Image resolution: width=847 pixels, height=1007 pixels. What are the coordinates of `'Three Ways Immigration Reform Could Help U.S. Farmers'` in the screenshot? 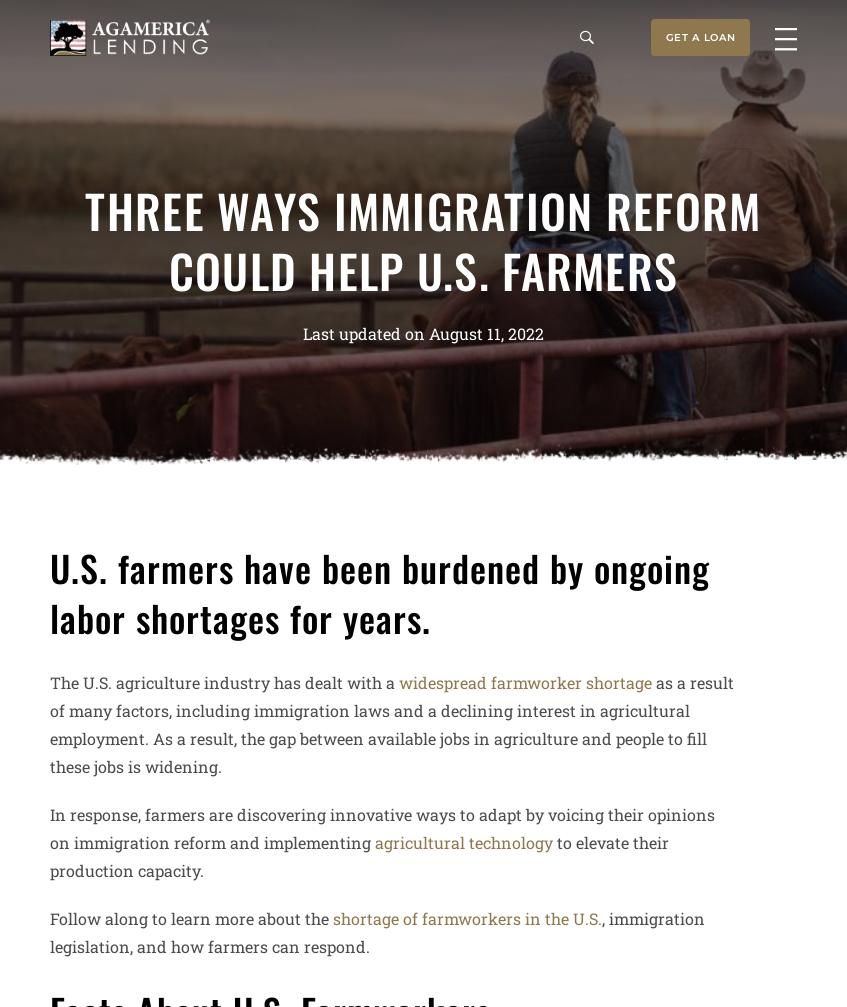 It's located at (85, 239).